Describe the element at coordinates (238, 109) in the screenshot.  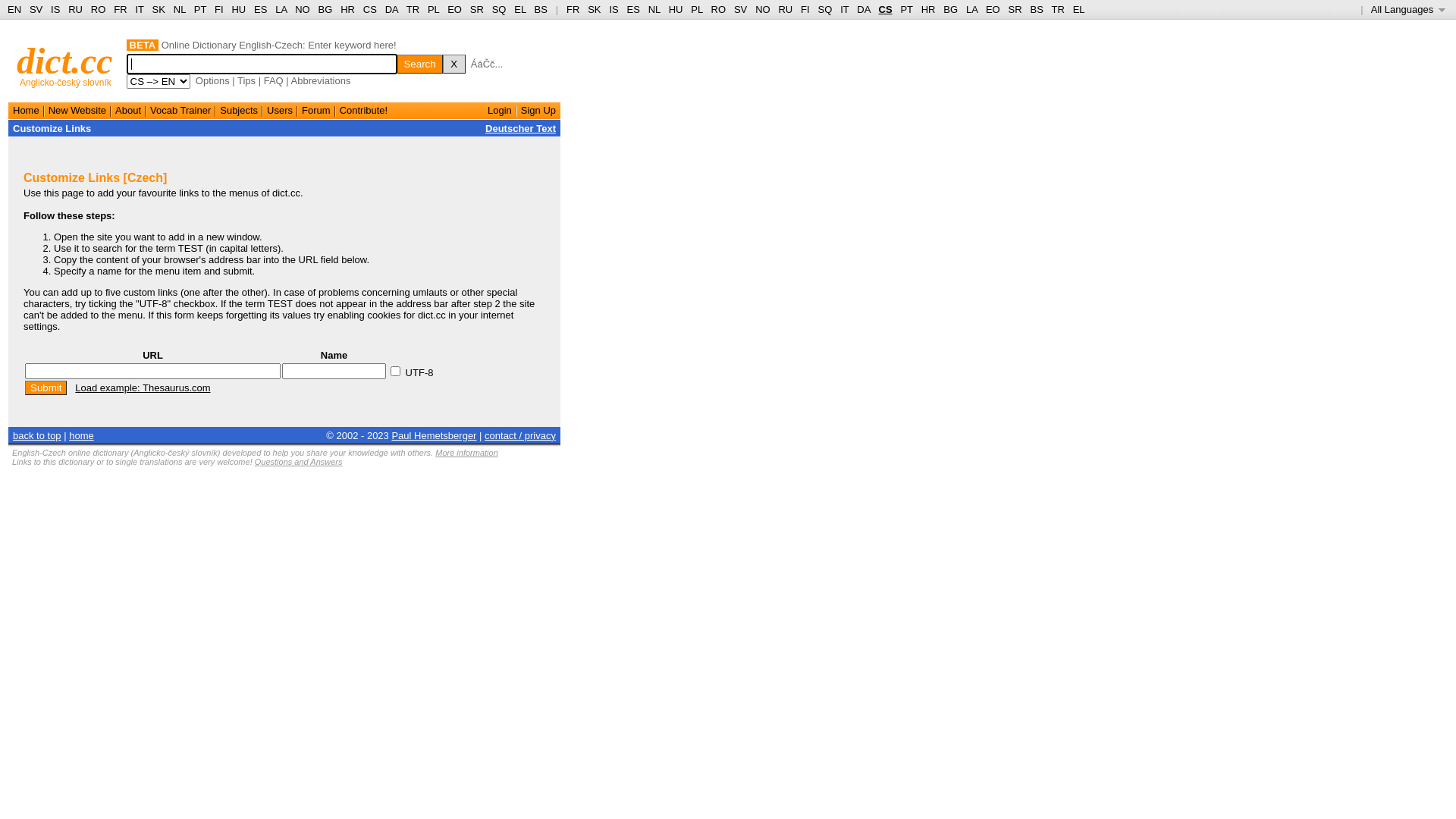
I see `'Subjects'` at that location.